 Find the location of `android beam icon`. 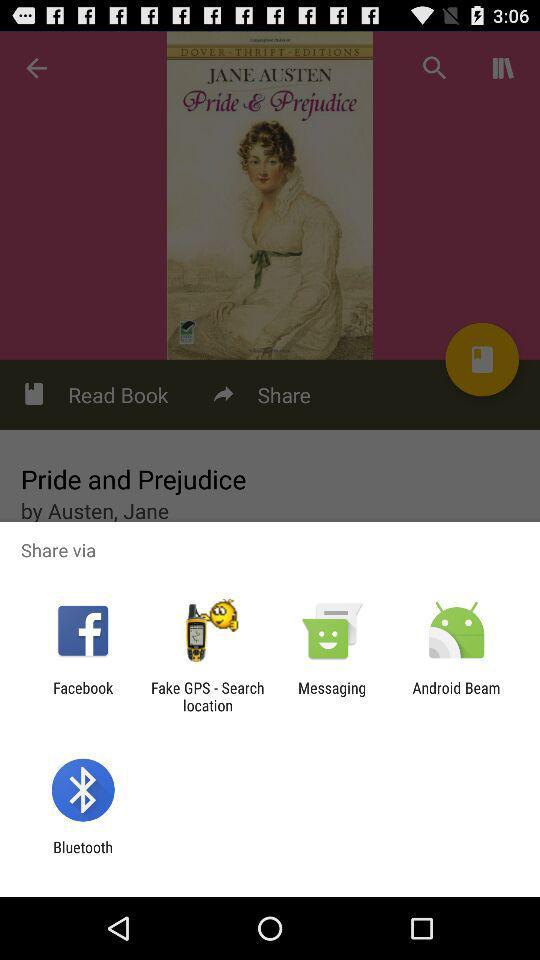

android beam icon is located at coordinates (456, 696).